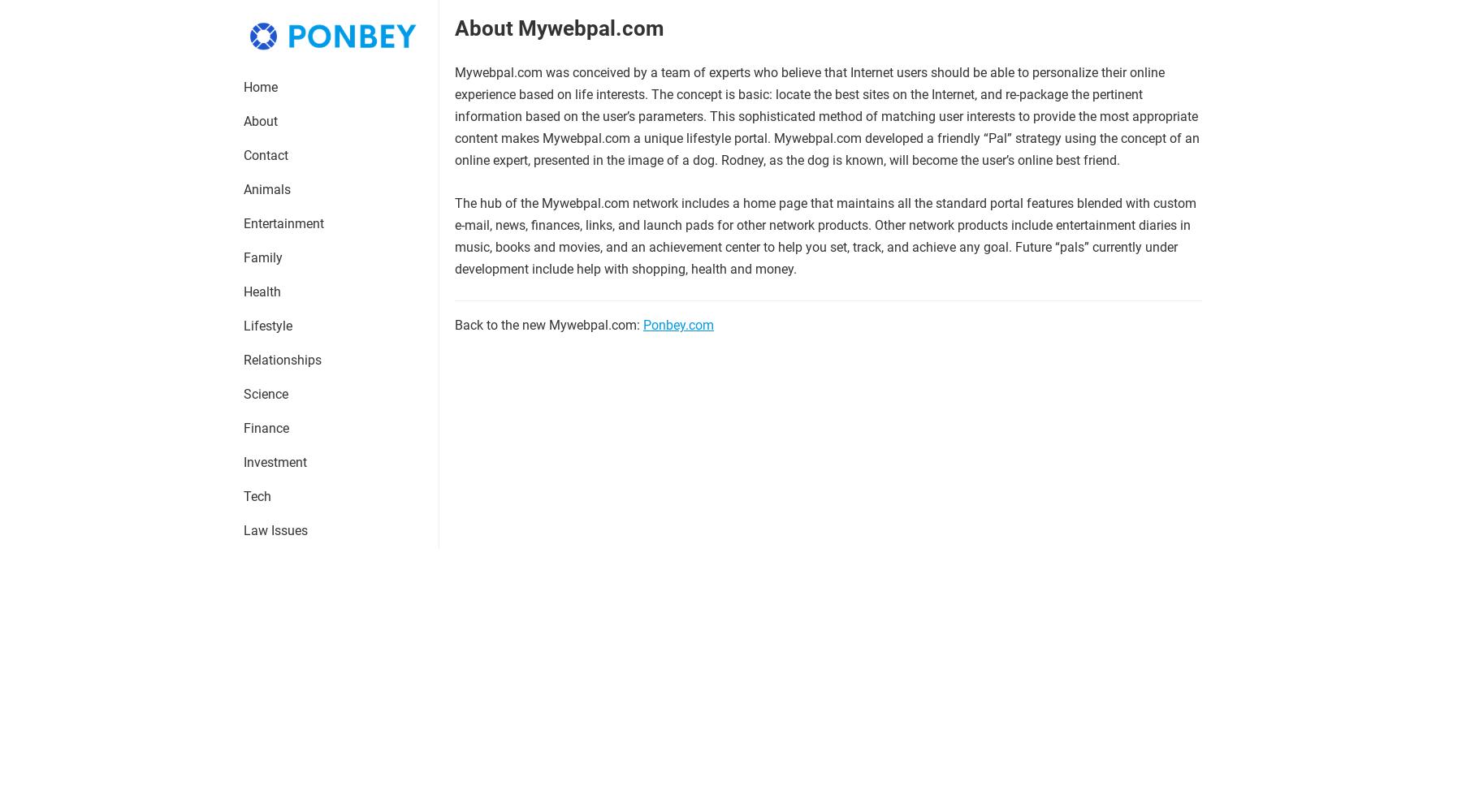 Image resolution: width=1462 pixels, height=812 pixels. What do you see at coordinates (678, 325) in the screenshot?
I see `'Ponbey.com'` at bounding box center [678, 325].